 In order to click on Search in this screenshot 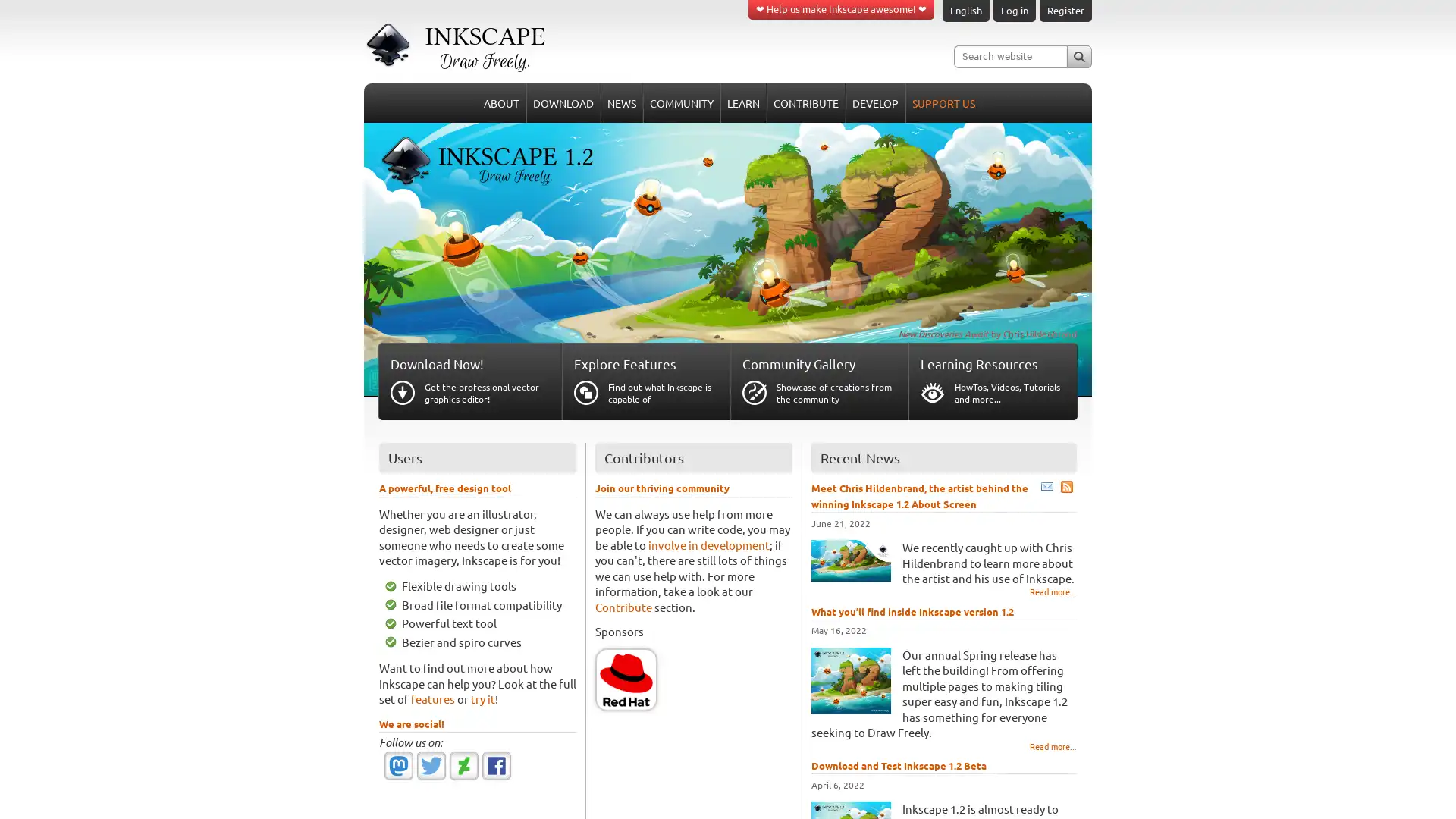, I will do `click(1078, 55)`.